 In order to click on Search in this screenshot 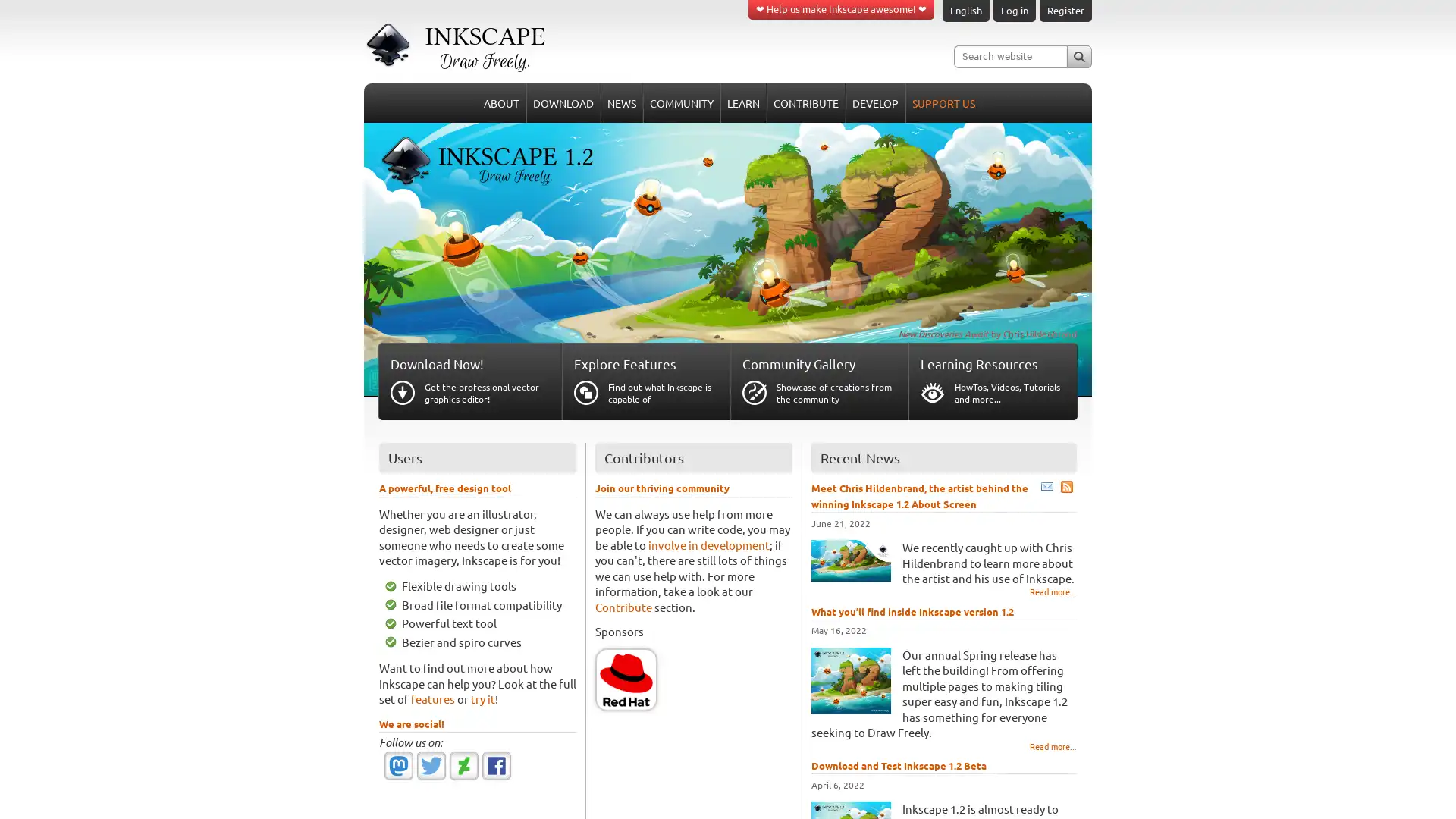, I will do `click(1078, 55)`.